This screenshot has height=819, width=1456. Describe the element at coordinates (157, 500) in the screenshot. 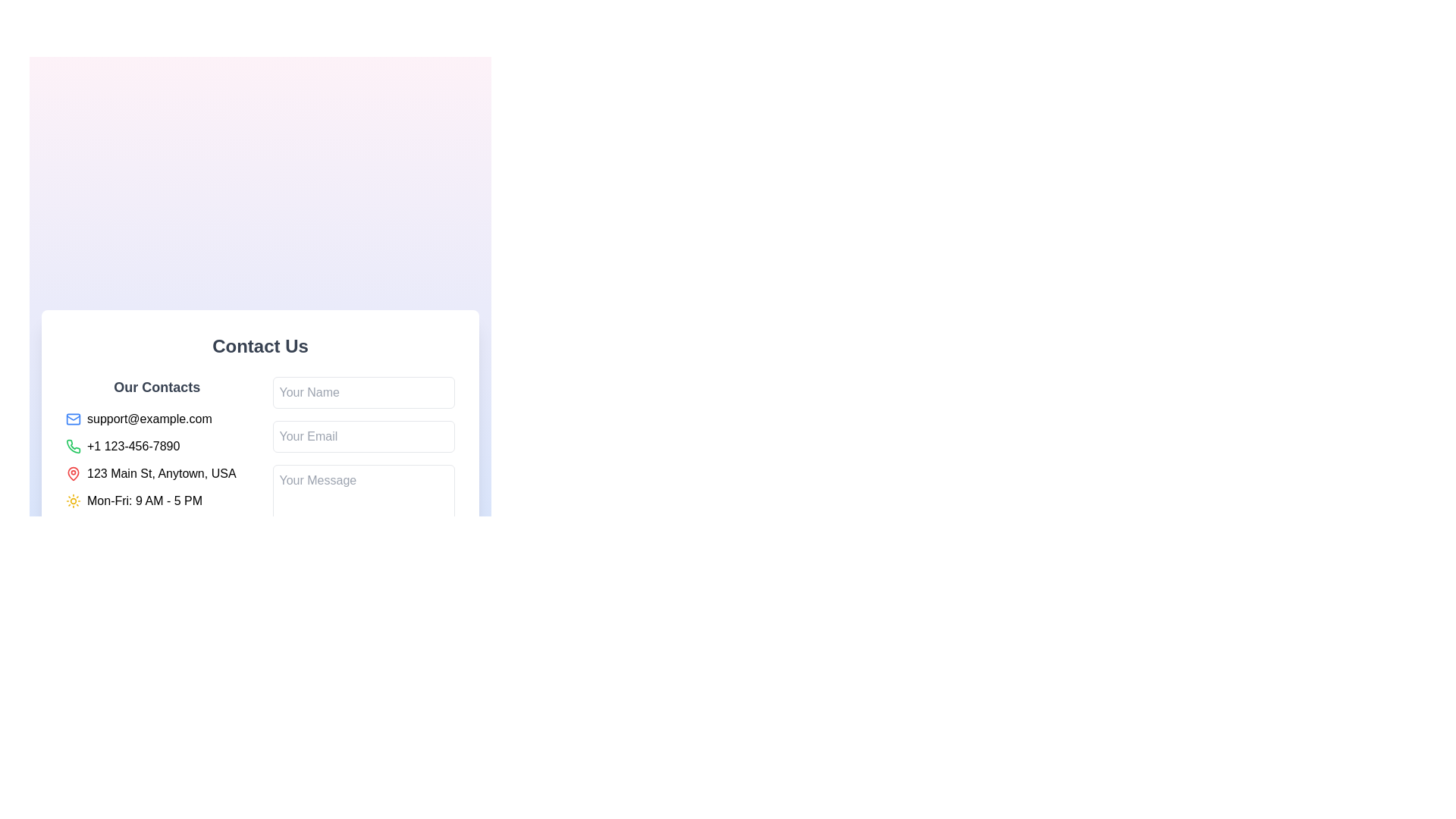

I see `informational text indicating the operational hours, which is located at the bottom of the contact details list in the 'Our Contacts' box` at that location.